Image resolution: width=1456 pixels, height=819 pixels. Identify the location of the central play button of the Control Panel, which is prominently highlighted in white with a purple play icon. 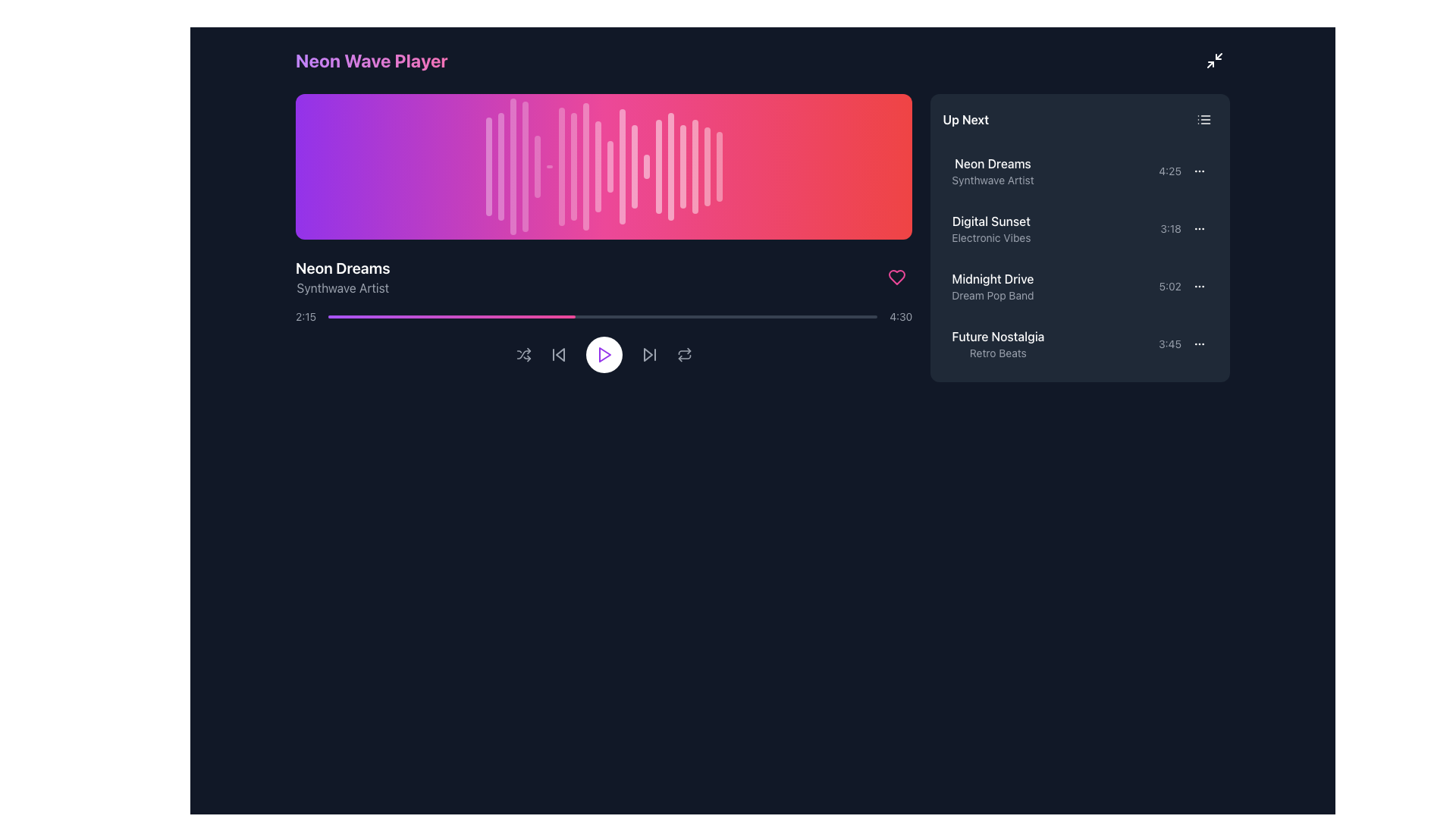
(603, 341).